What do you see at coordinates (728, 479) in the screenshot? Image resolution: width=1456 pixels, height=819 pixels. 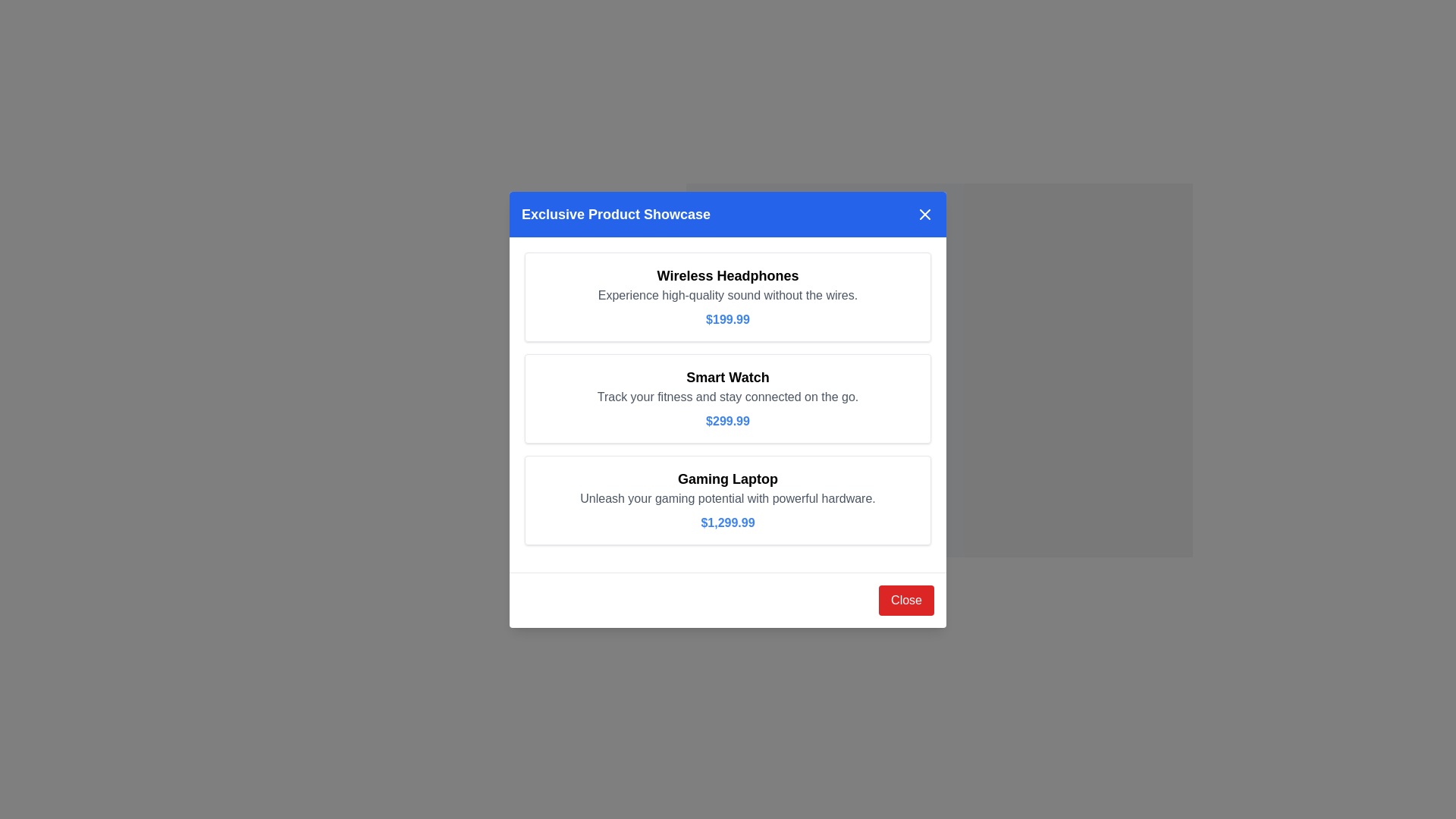 I see `the product title label located at the center-bottom of the list box, which provides the name of the product and is positioned above the subtitle 'Unleash your gaming potential with powerful hardware.'` at bounding box center [728, 479].